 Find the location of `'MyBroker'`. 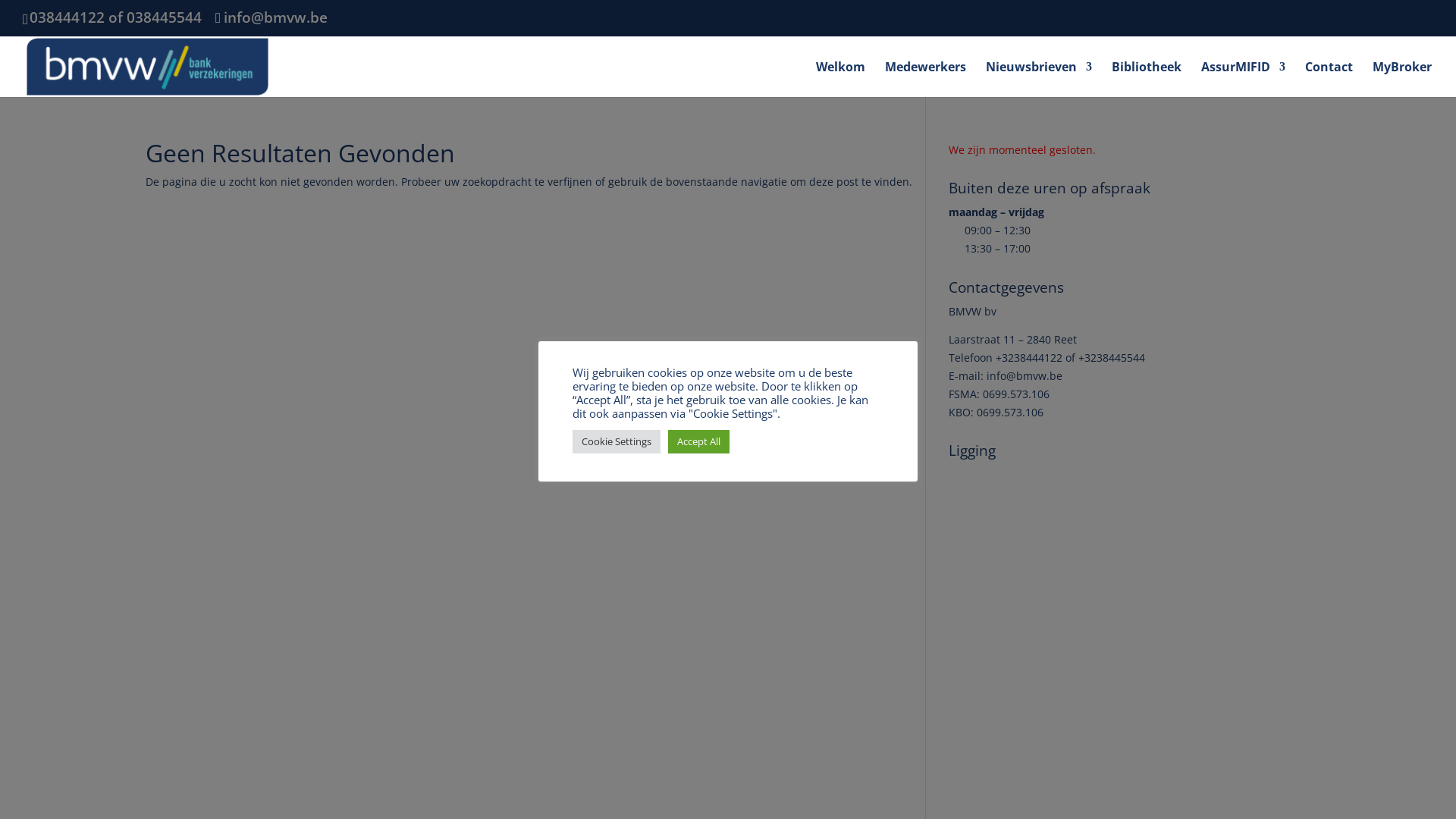

'MyBroker' is located at coordinates (1401, 78).